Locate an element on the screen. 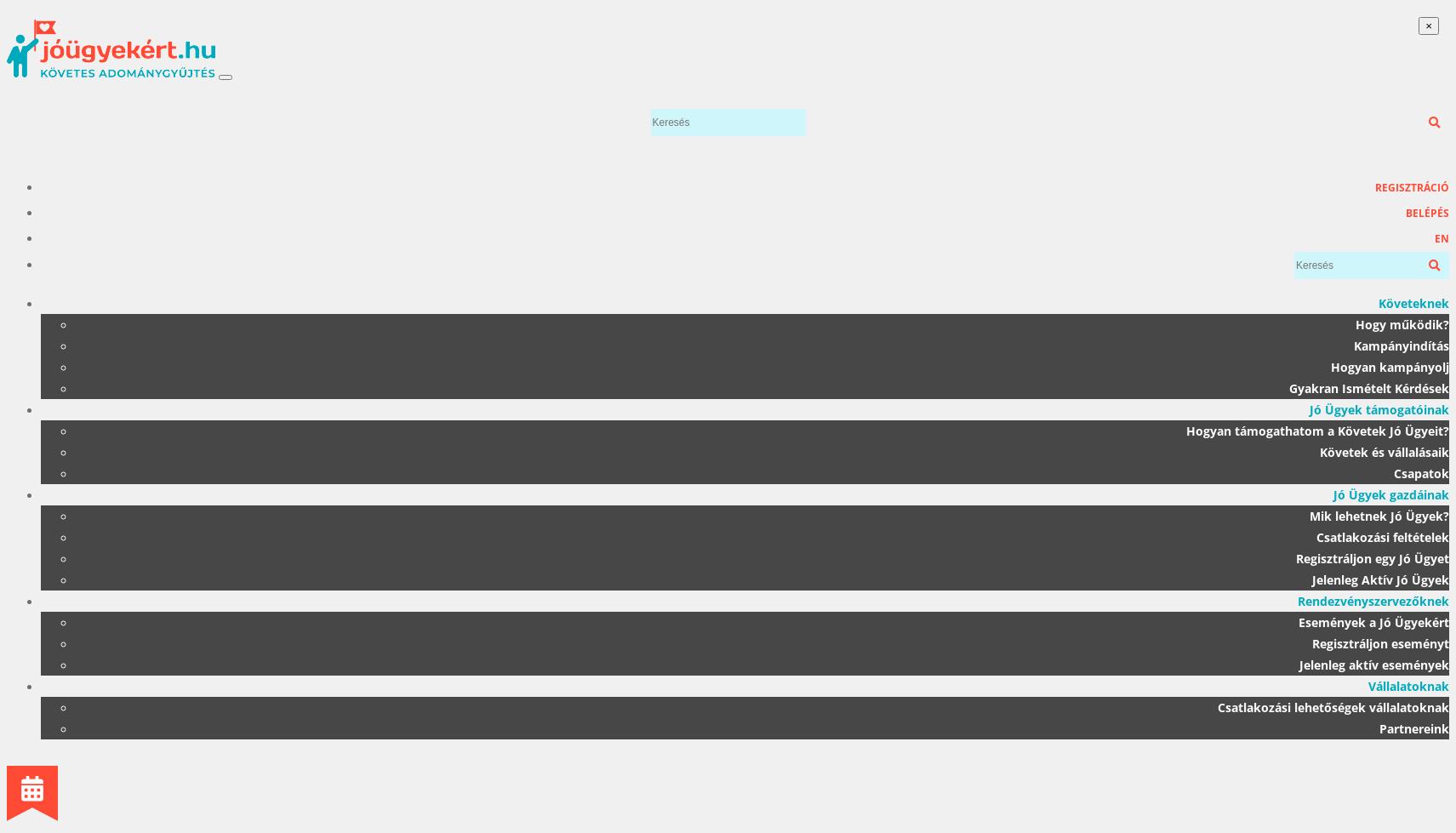 This screenshot has width=1456, height=833. 'Regisztráció' is located at coordinates (1375, 187).